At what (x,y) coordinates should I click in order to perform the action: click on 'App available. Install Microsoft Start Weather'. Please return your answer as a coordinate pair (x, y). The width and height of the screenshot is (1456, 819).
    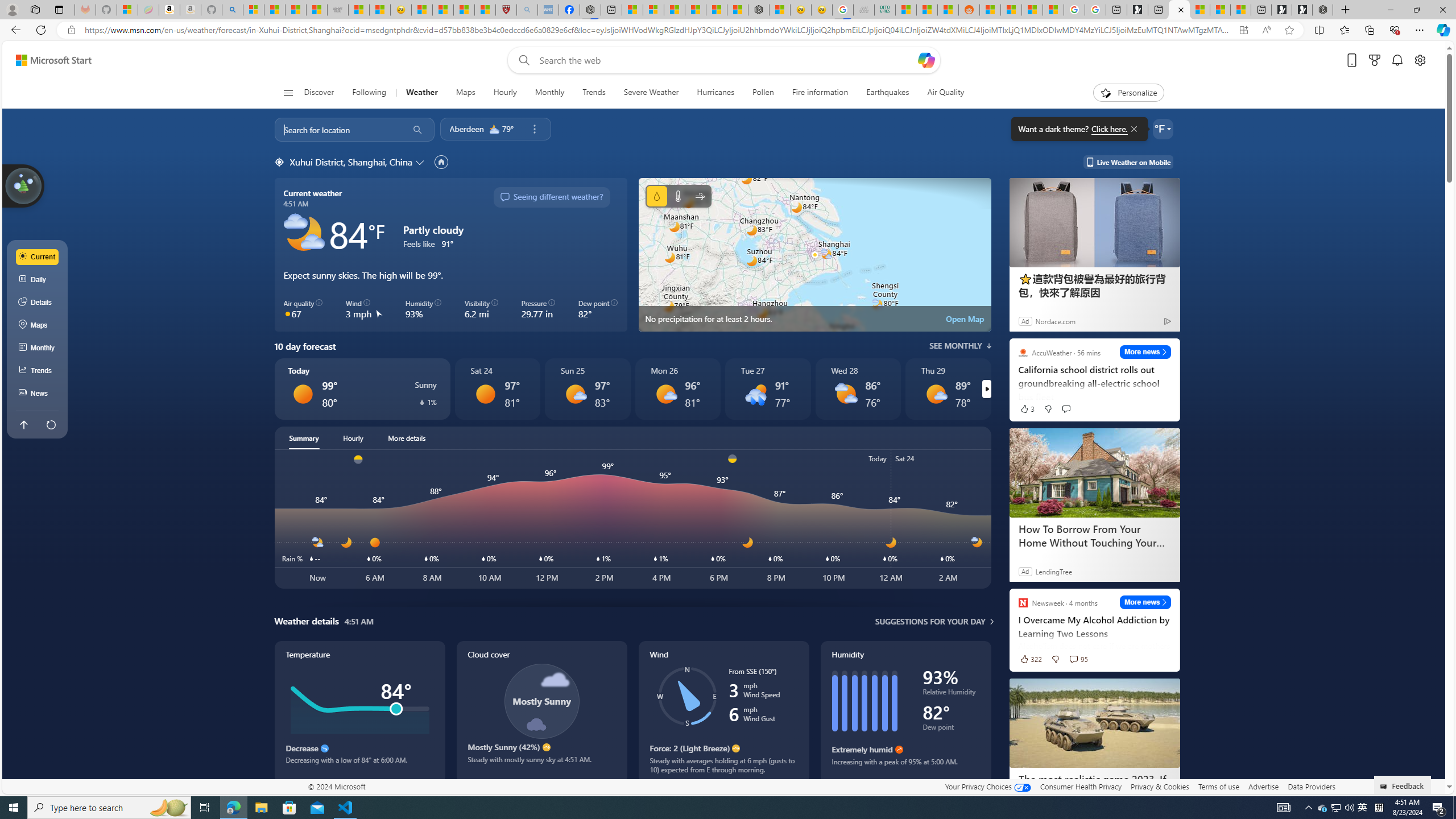
    Looking at the image, I should click on (1243, 30).